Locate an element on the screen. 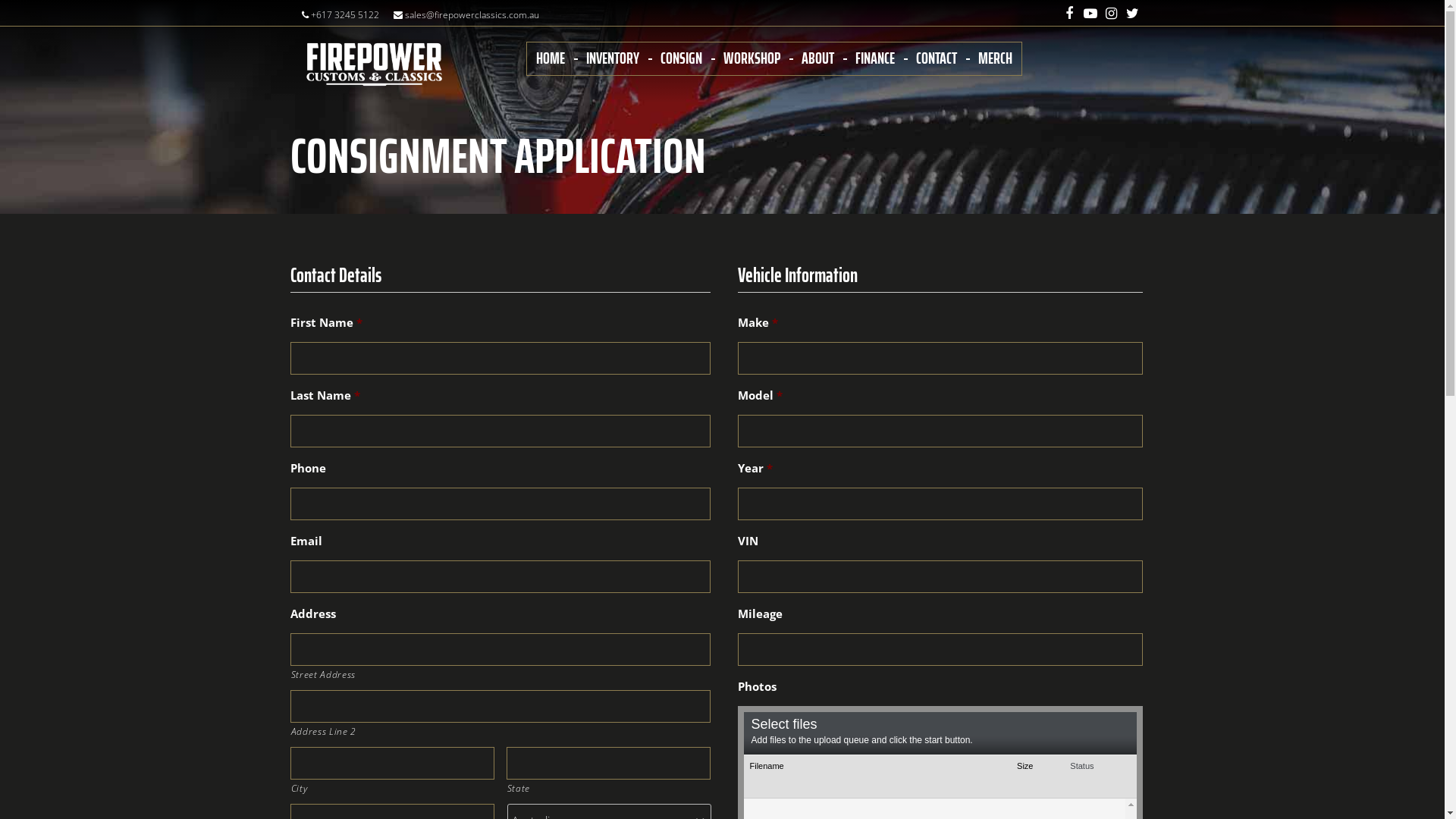 The height and width of the screenshot is (819, 1456). 'Facebook' is located at coordinates (1058, 12).